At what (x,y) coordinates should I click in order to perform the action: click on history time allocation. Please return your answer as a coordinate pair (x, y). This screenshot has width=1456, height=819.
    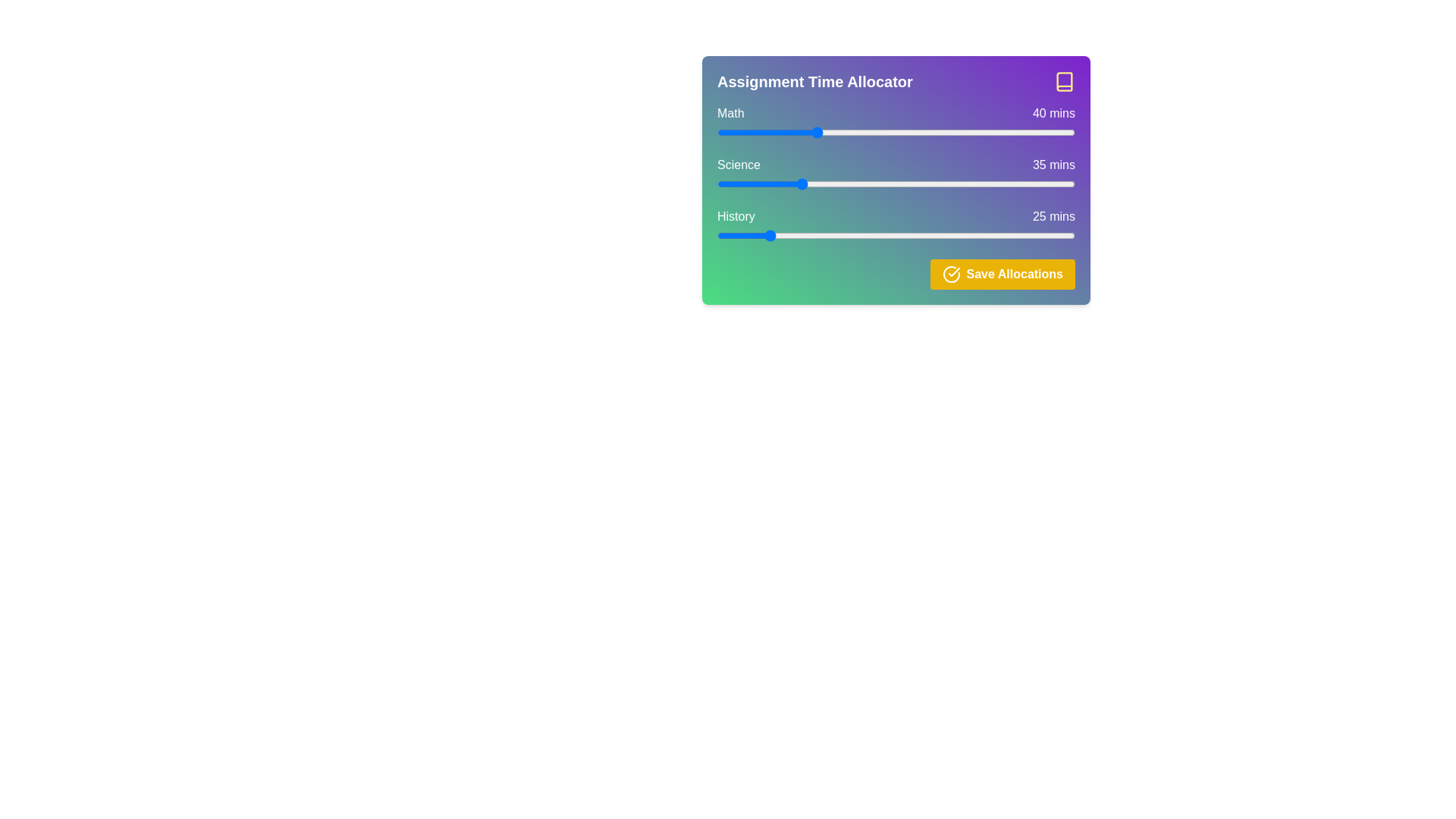
    Looking at the image, I should click on (730, 236).